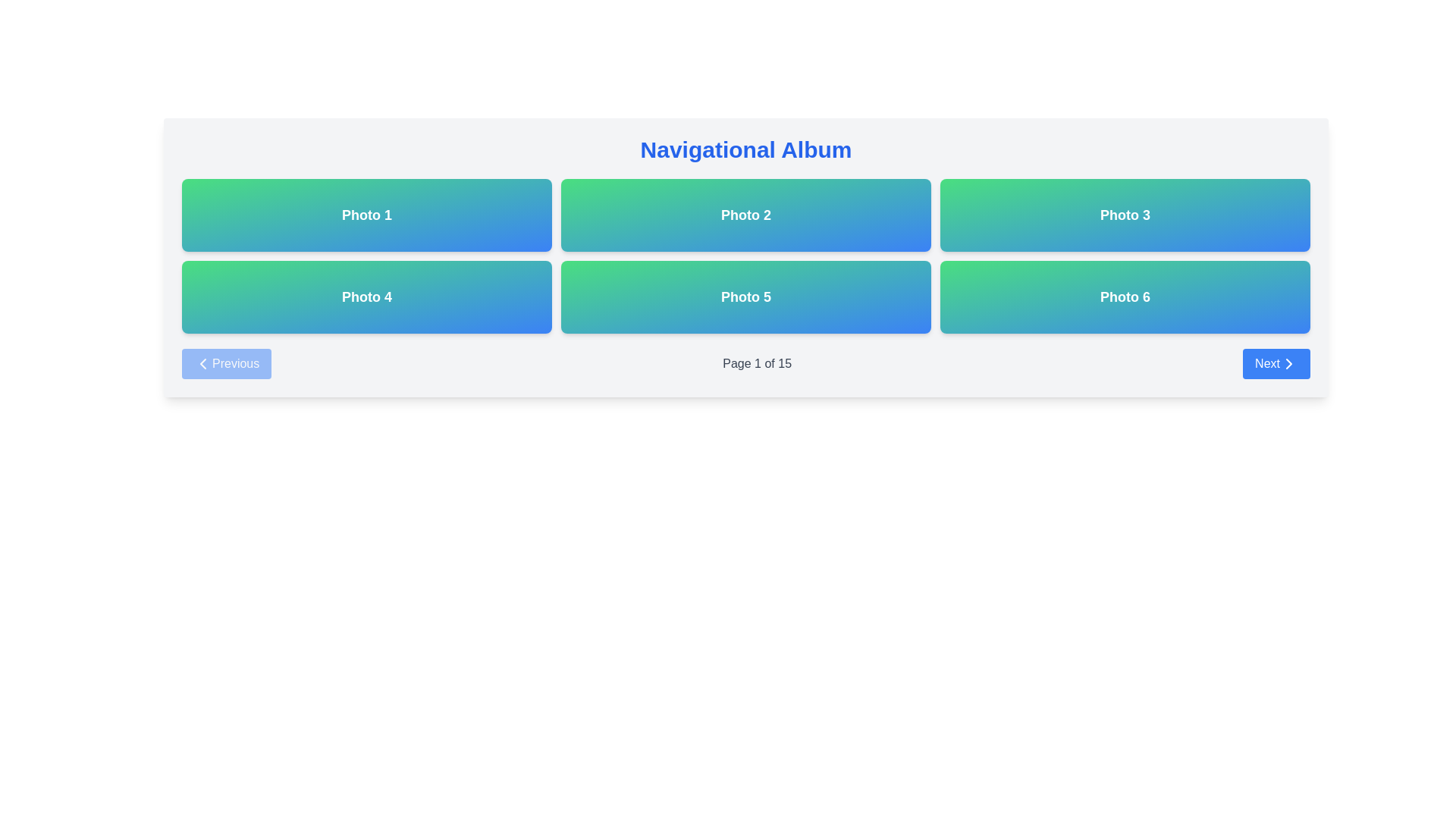  What do you see at coordinates (202, 363) in the screenshot?
I see `the Icon embedded in the 'Previous' button, which serves as a visual indicator for page navigation` at bounding box center [202, 363].